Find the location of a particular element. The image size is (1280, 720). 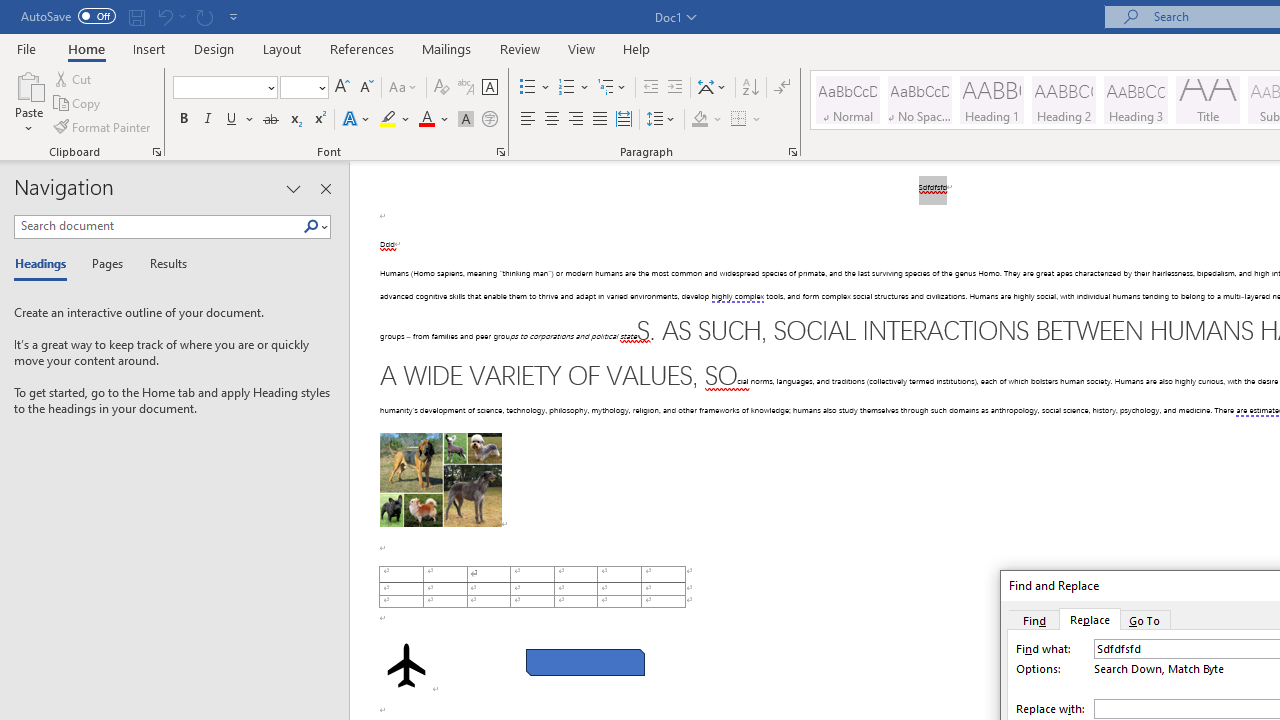

'Superscript' is located at coordinates (318, 119).